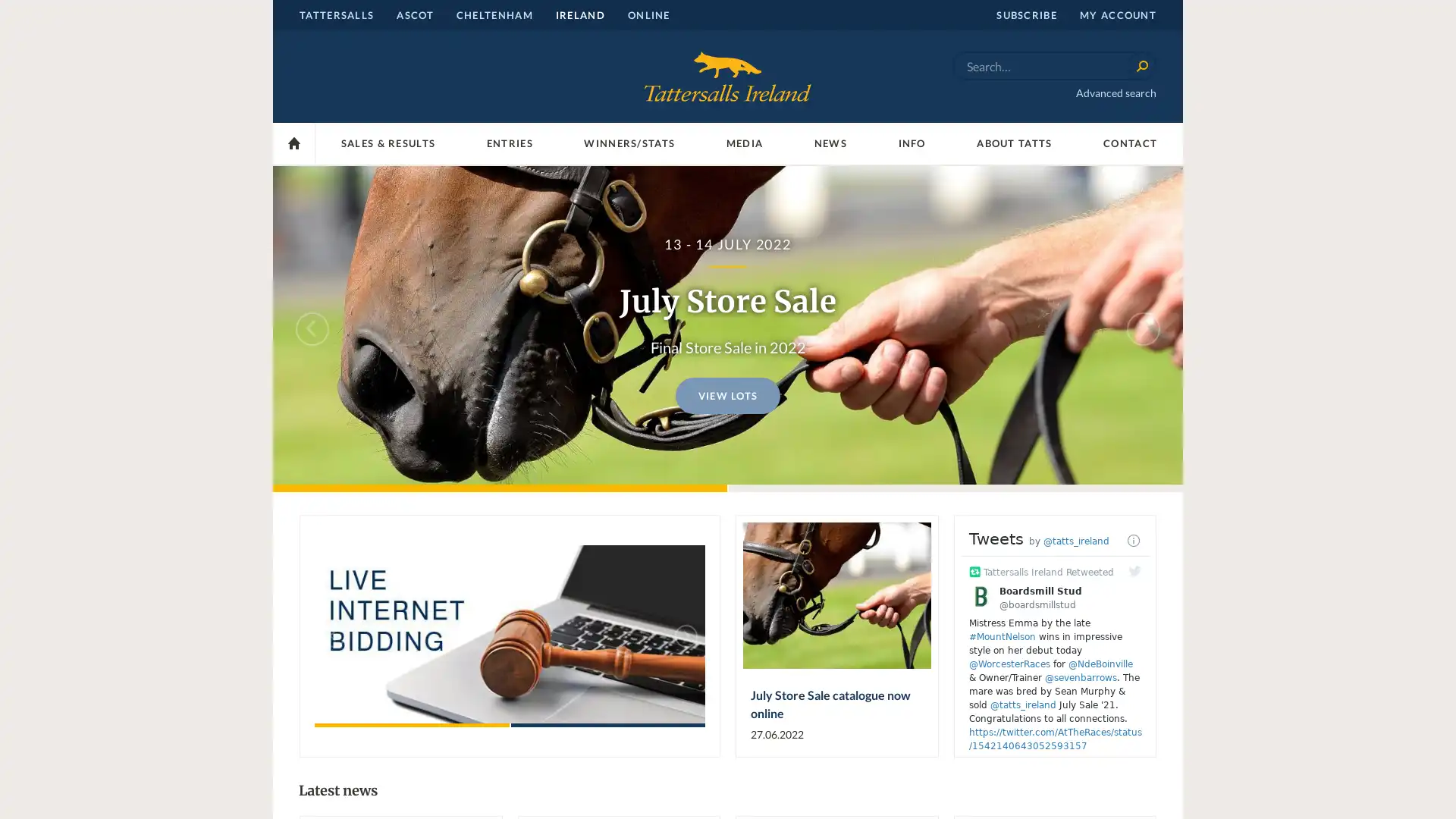  What do you see at coordinates (333, 635) in the screenshot?
I see `Previous` at bounding box center [333, 635].